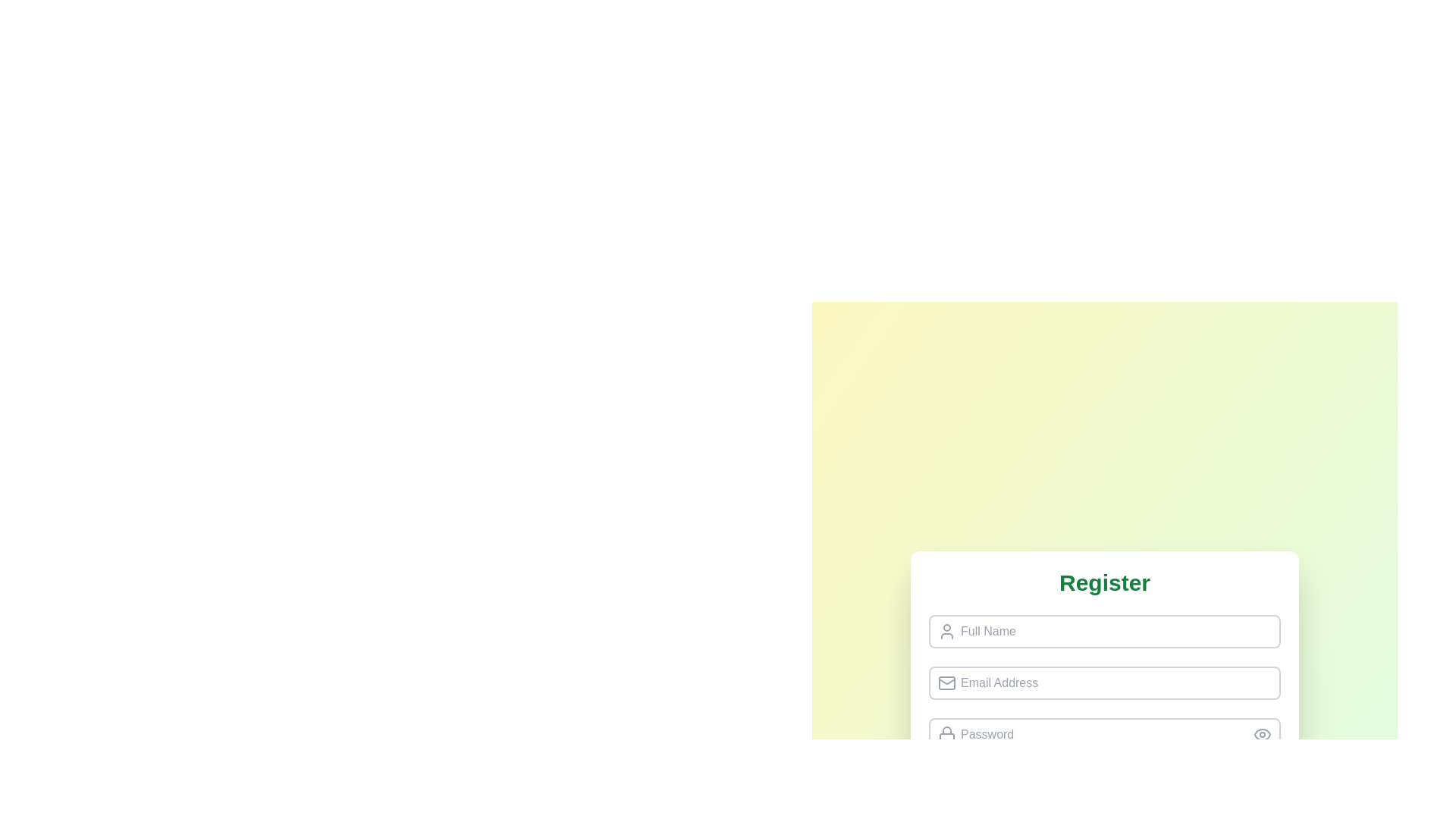 The image size is (1456, 819). I want to click on the text input field for entering the full name in the registration form to display the cursor, so click(1105, 632).